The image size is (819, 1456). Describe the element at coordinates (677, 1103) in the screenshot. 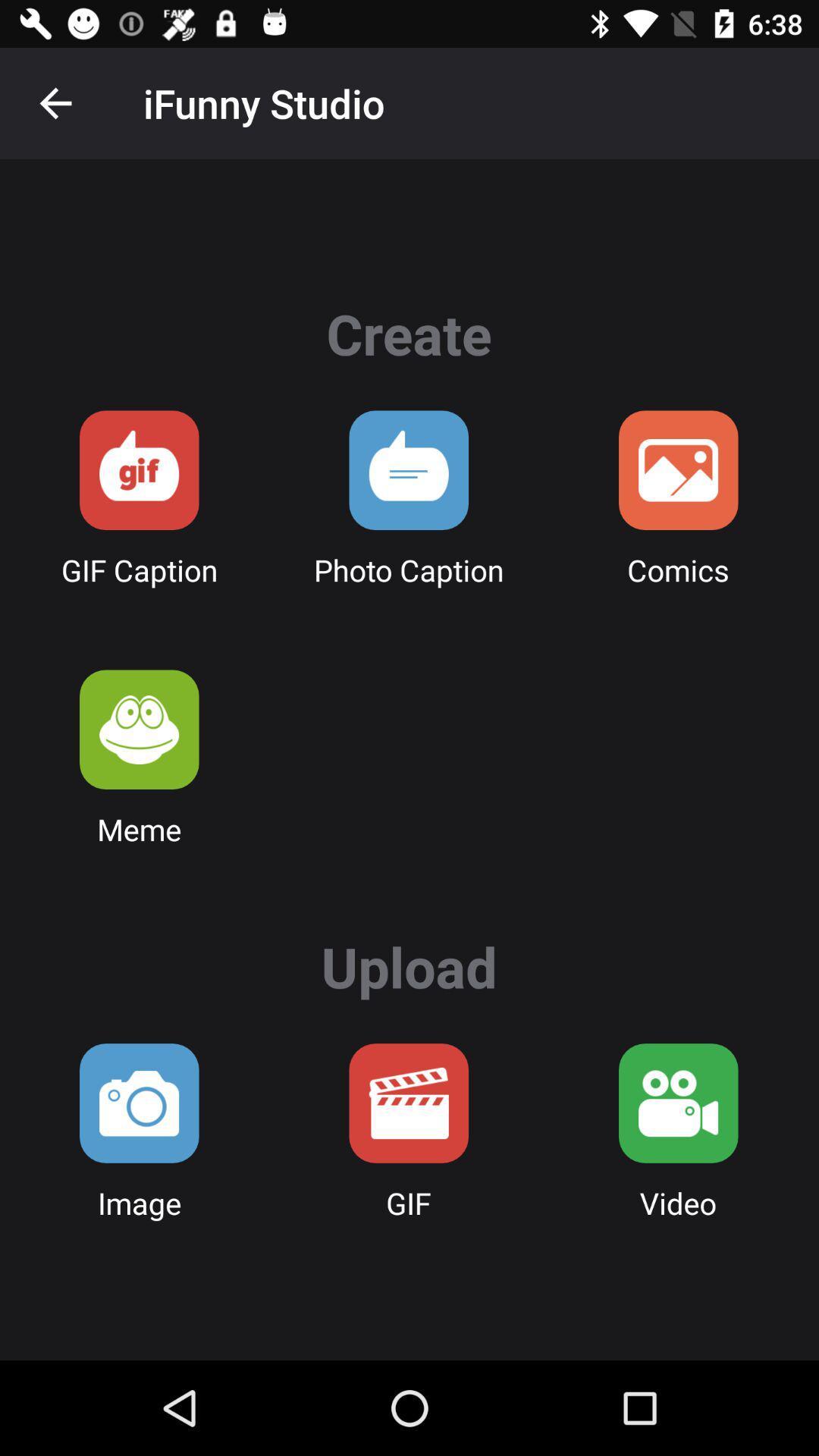

I see `the videocam icon` at that location.